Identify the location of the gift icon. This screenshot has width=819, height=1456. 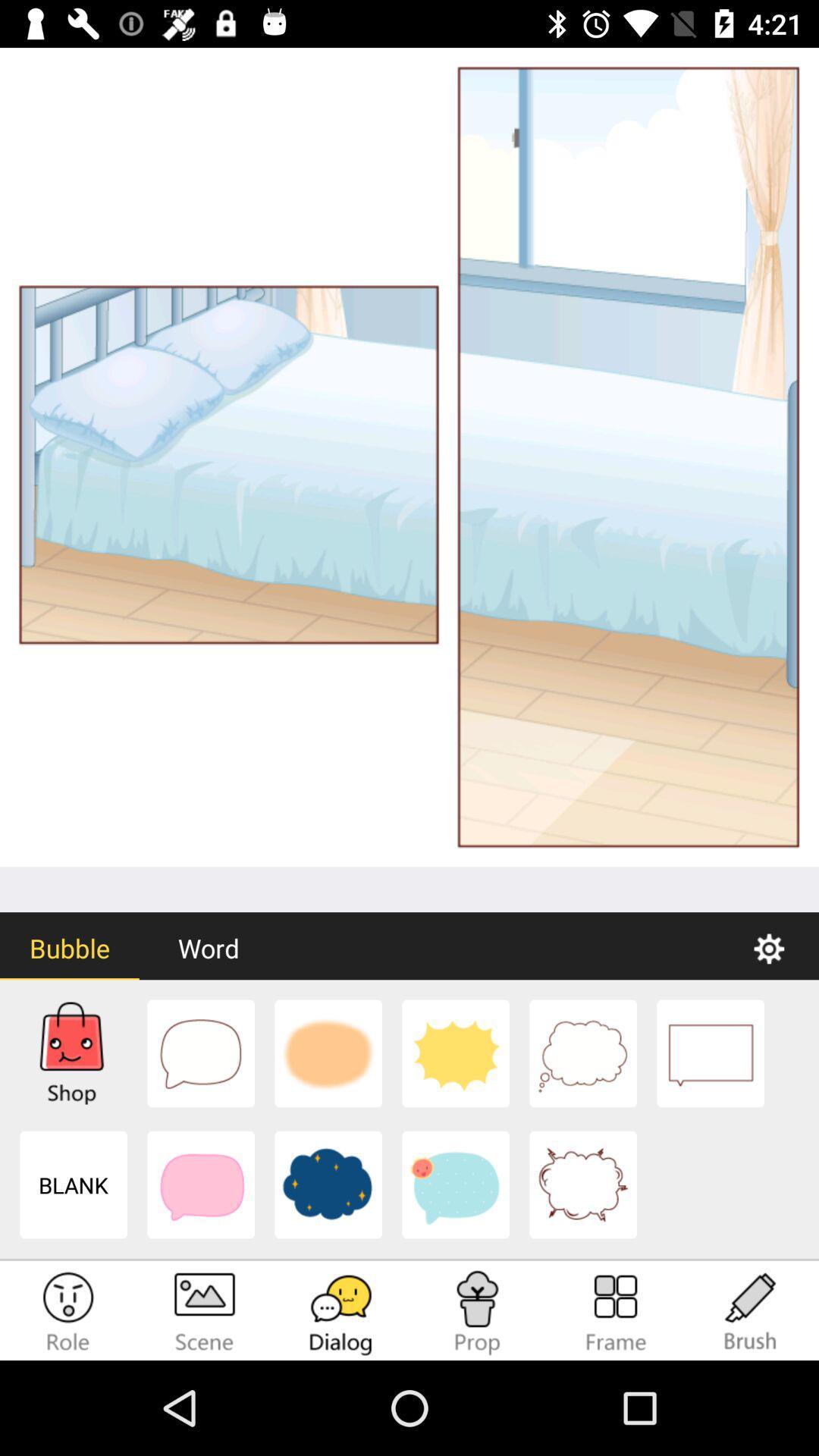
(476, 1312).